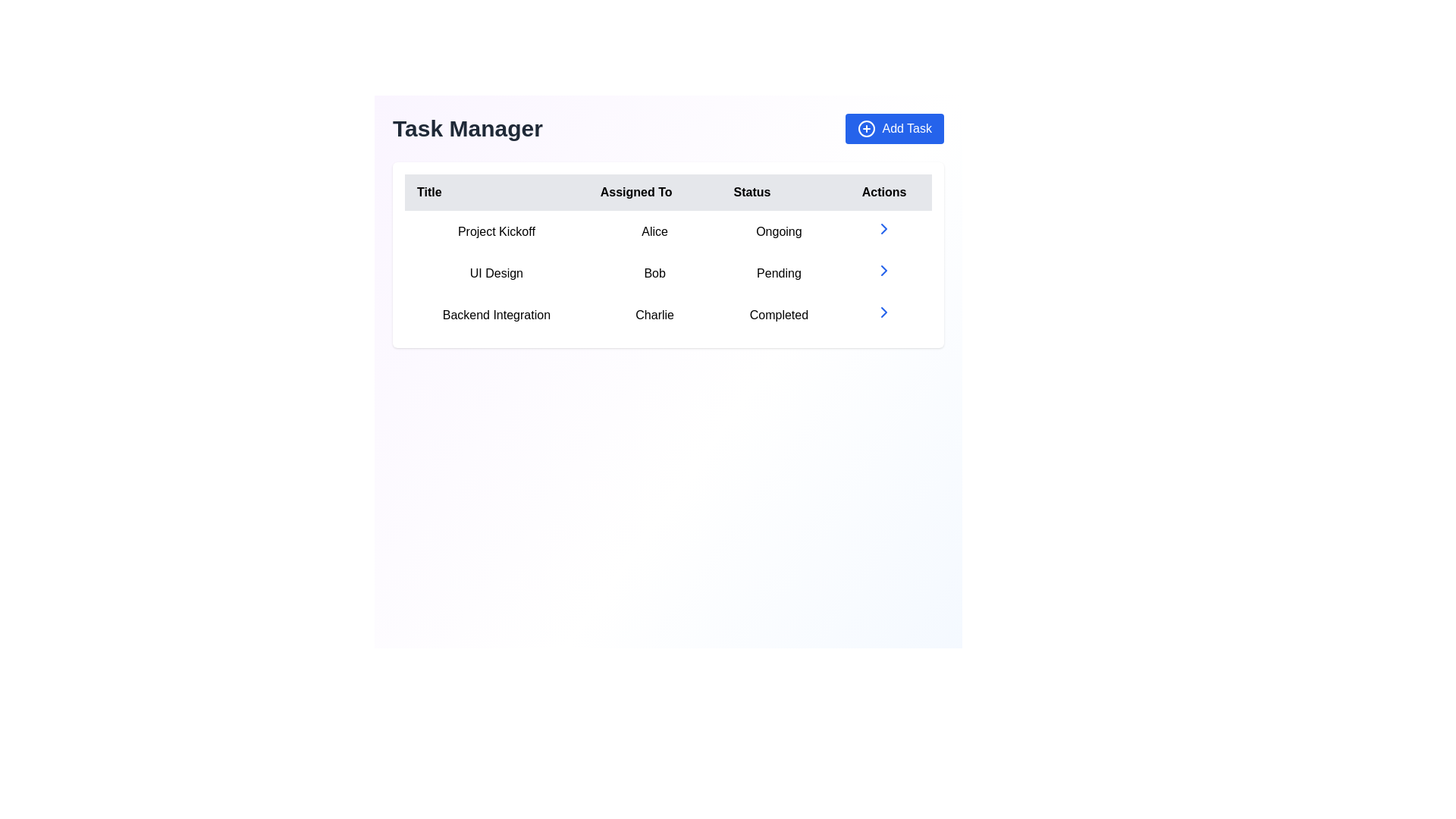 This screenshot has width=1456, height=819. I want to click on the static text displaying 'Project Kickoff' located in the first row under the 'Title' column of the table interface, so click(496, 231).